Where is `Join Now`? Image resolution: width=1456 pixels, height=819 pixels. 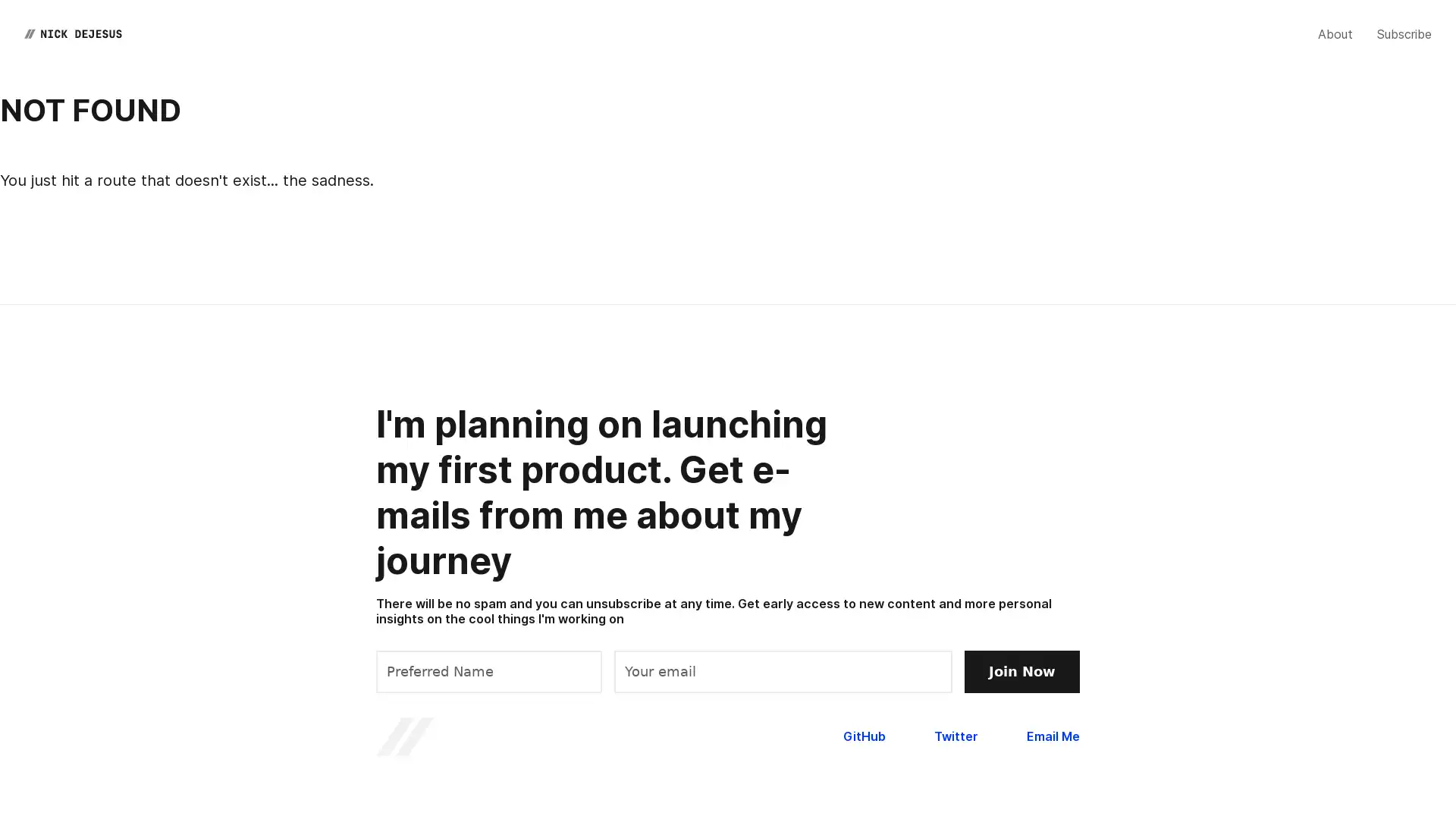 Join Now is located at coordinates (1022, 670).